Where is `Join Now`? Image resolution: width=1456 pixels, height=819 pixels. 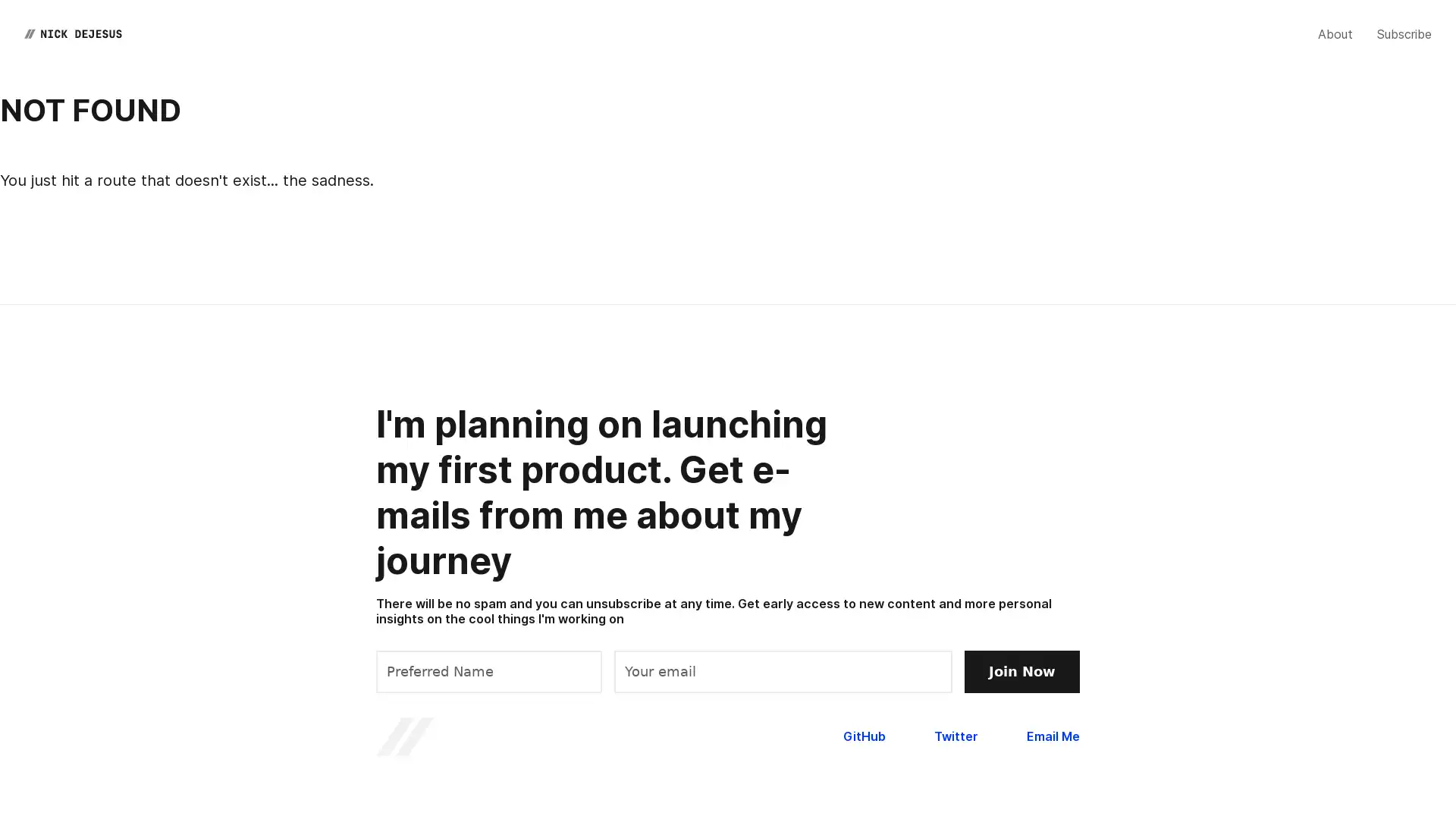 Join Now is located at coordinates (1022, 670).